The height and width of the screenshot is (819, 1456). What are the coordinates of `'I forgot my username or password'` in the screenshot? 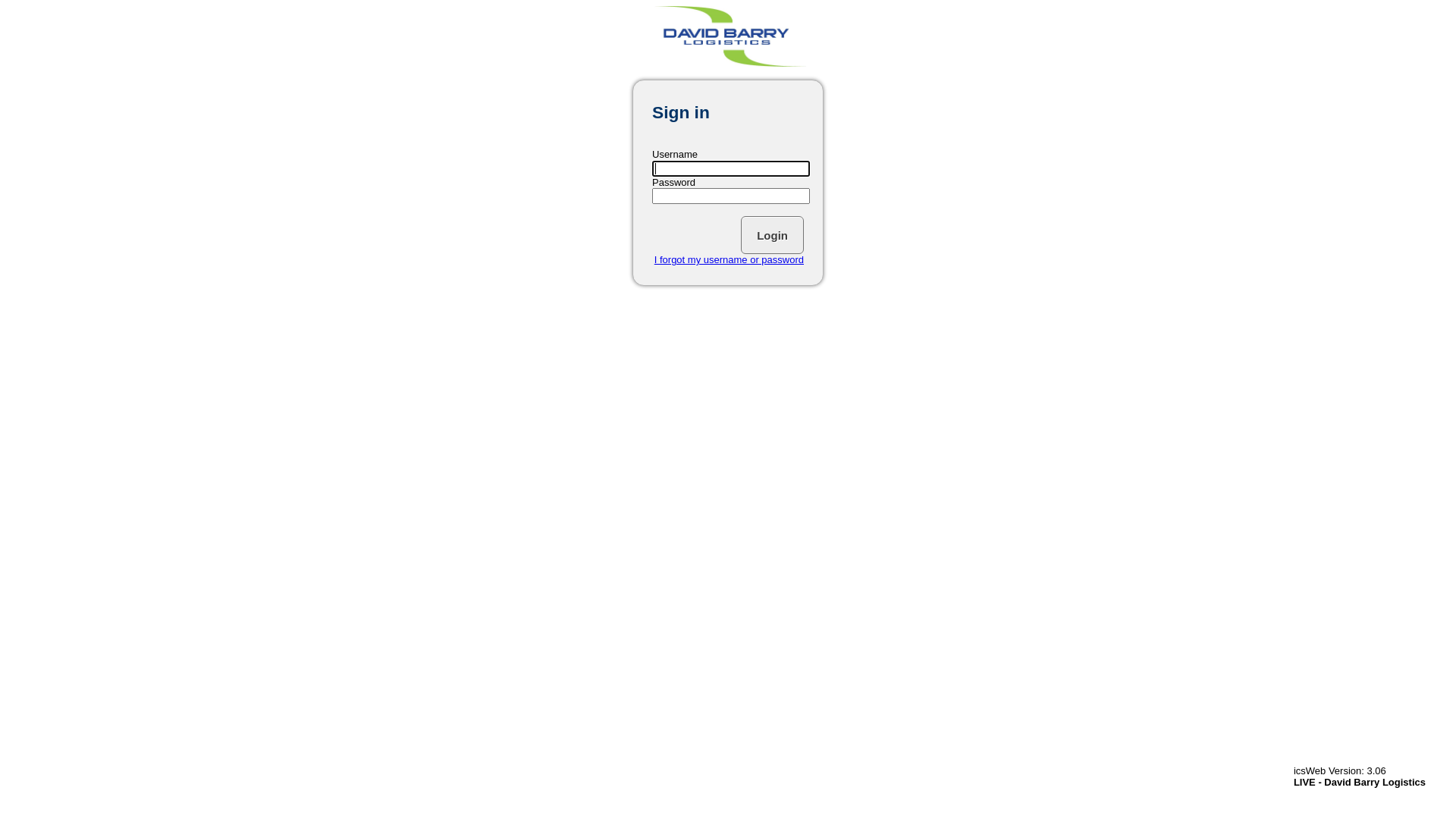 It's located at (654, 259).